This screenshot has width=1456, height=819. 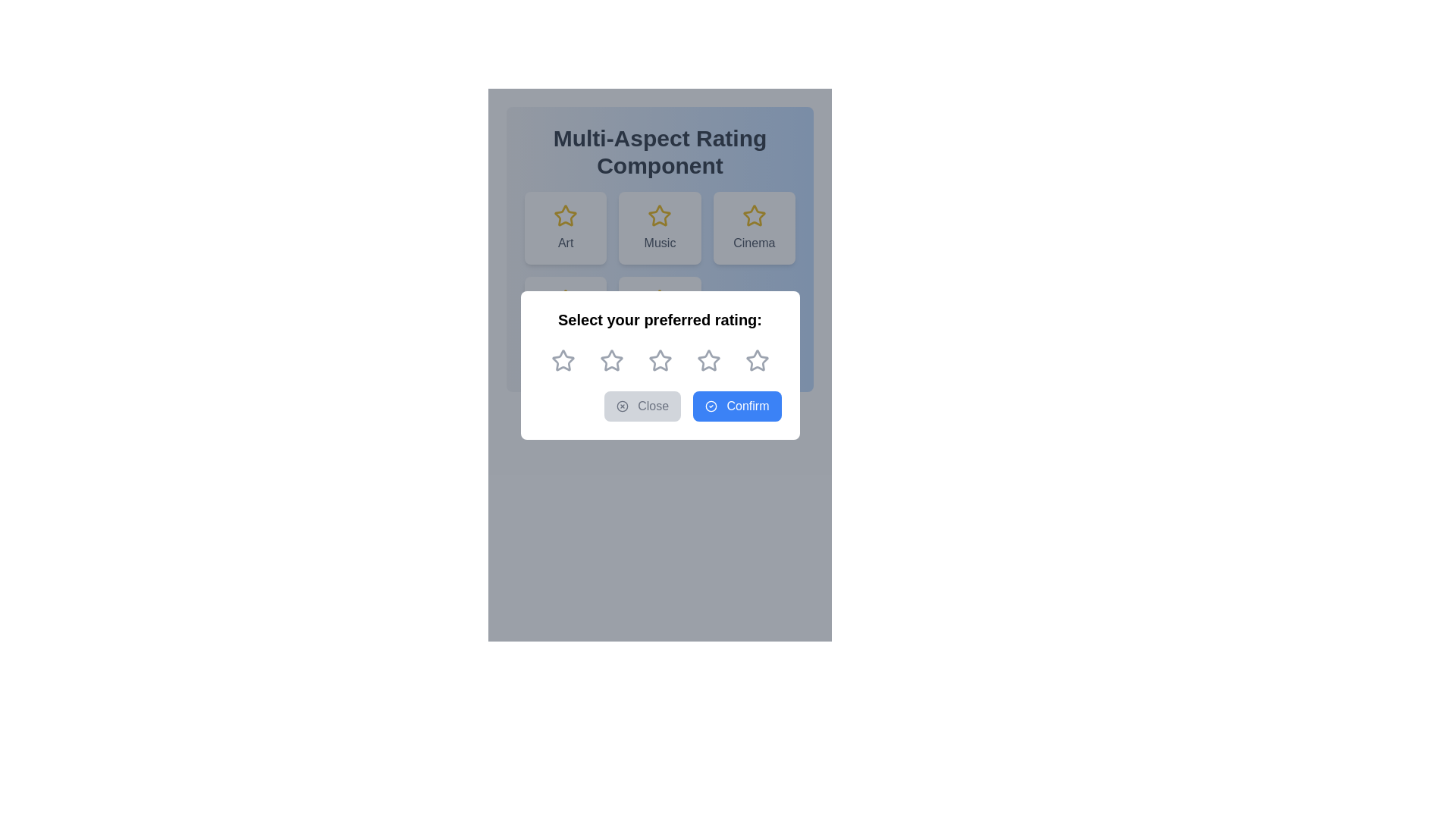 What do you see at coordinates (757, 360) in the screenshot?
I see `the fourth star button in the rating dialog` at bounding box center [757, 360].